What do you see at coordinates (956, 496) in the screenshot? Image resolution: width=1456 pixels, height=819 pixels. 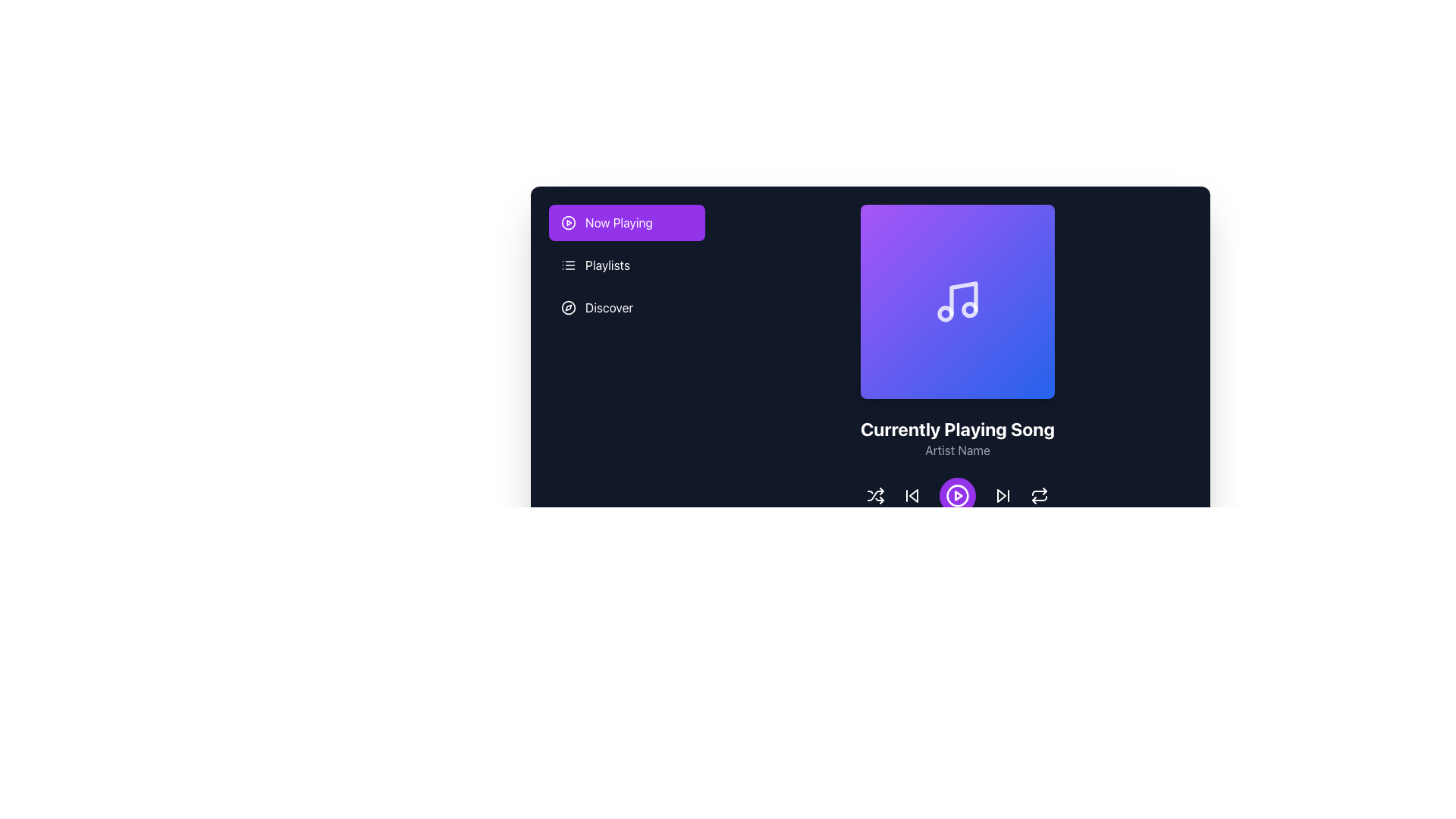 I see `the play button located centrally at the bottom of the interface` at bounding box center [956, 496].